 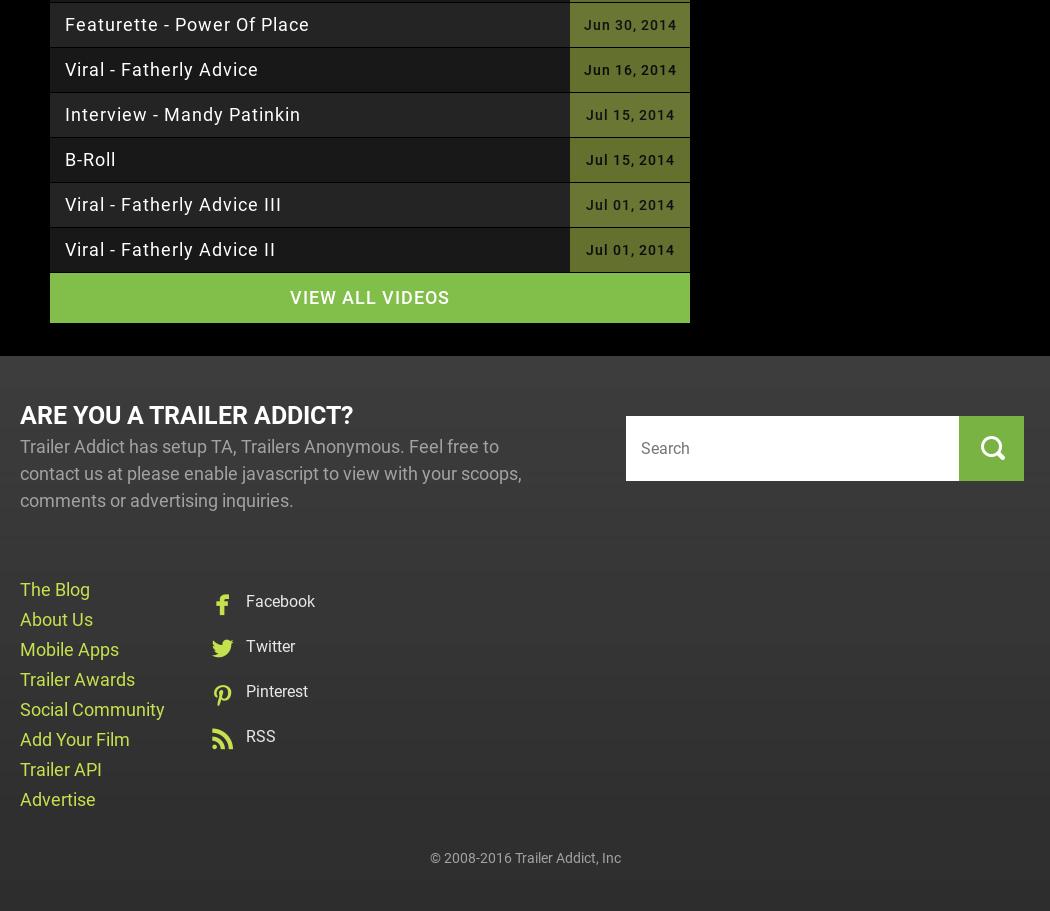 What do you see at coordinates (261, 736) in the screenshot?
I see `'RSS'` at bounding box center [261, 736].